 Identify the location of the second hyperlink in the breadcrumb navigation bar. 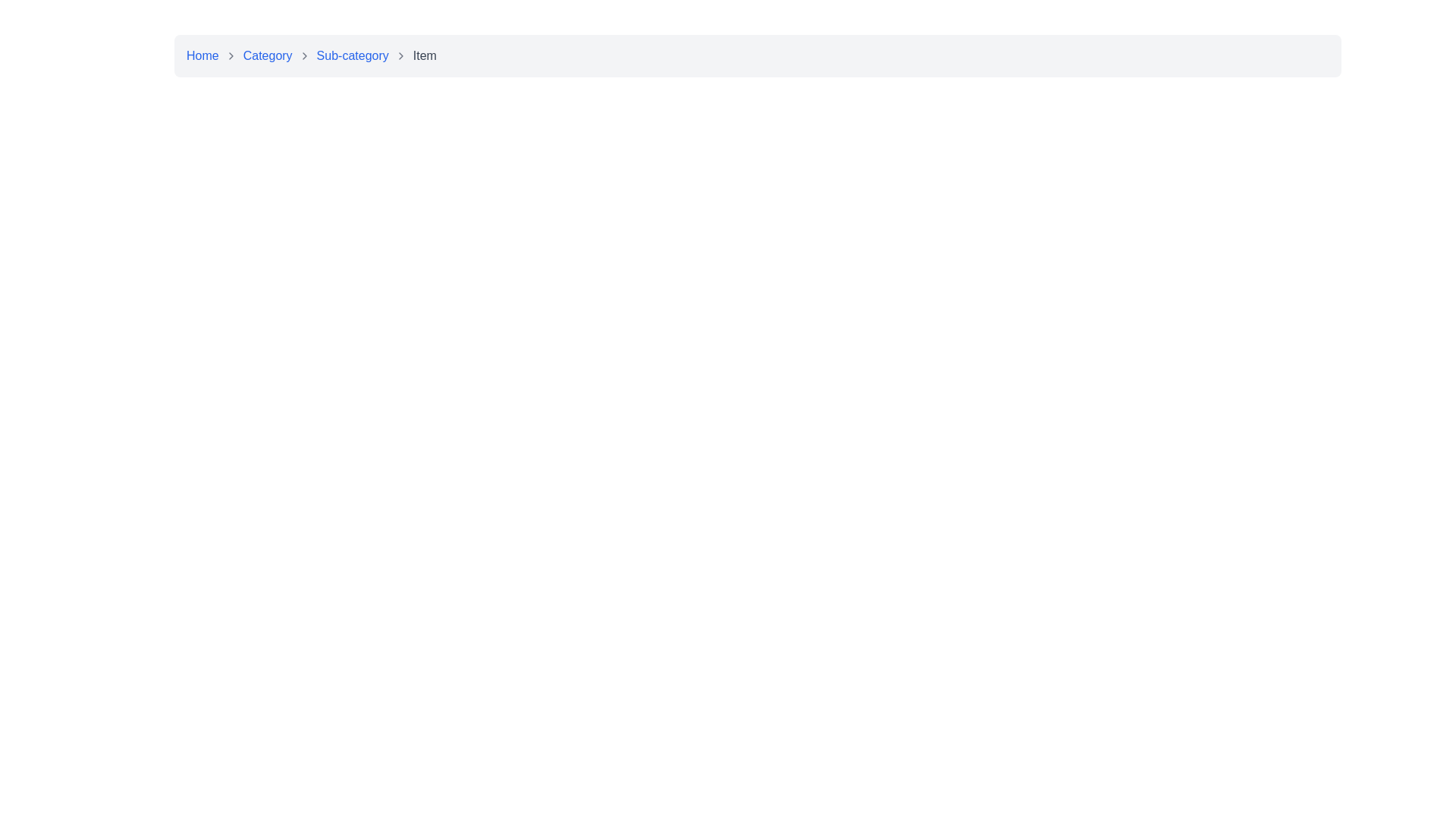
(268, 55).